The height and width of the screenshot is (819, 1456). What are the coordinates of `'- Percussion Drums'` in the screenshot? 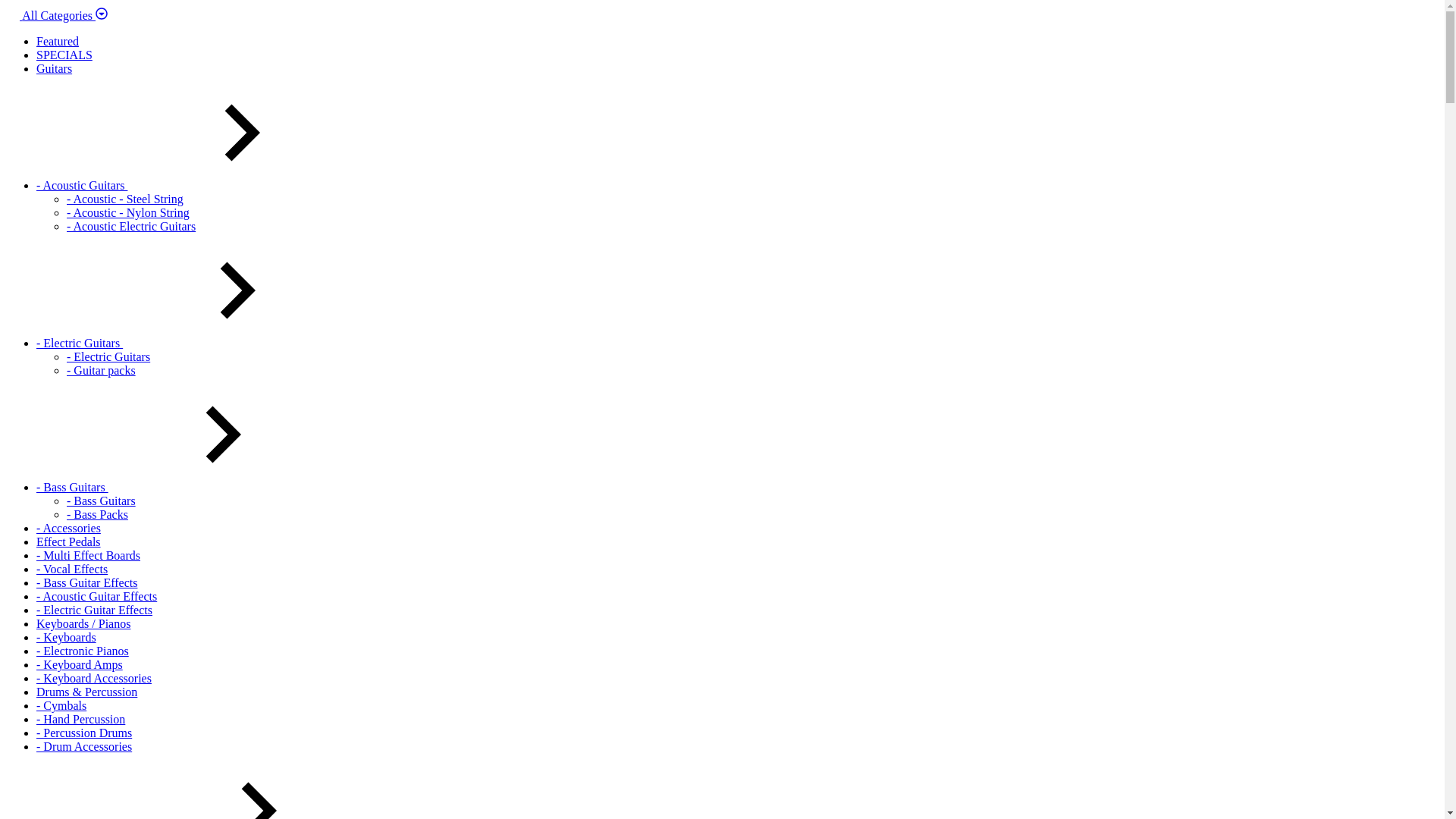 It's located at (36, 732).